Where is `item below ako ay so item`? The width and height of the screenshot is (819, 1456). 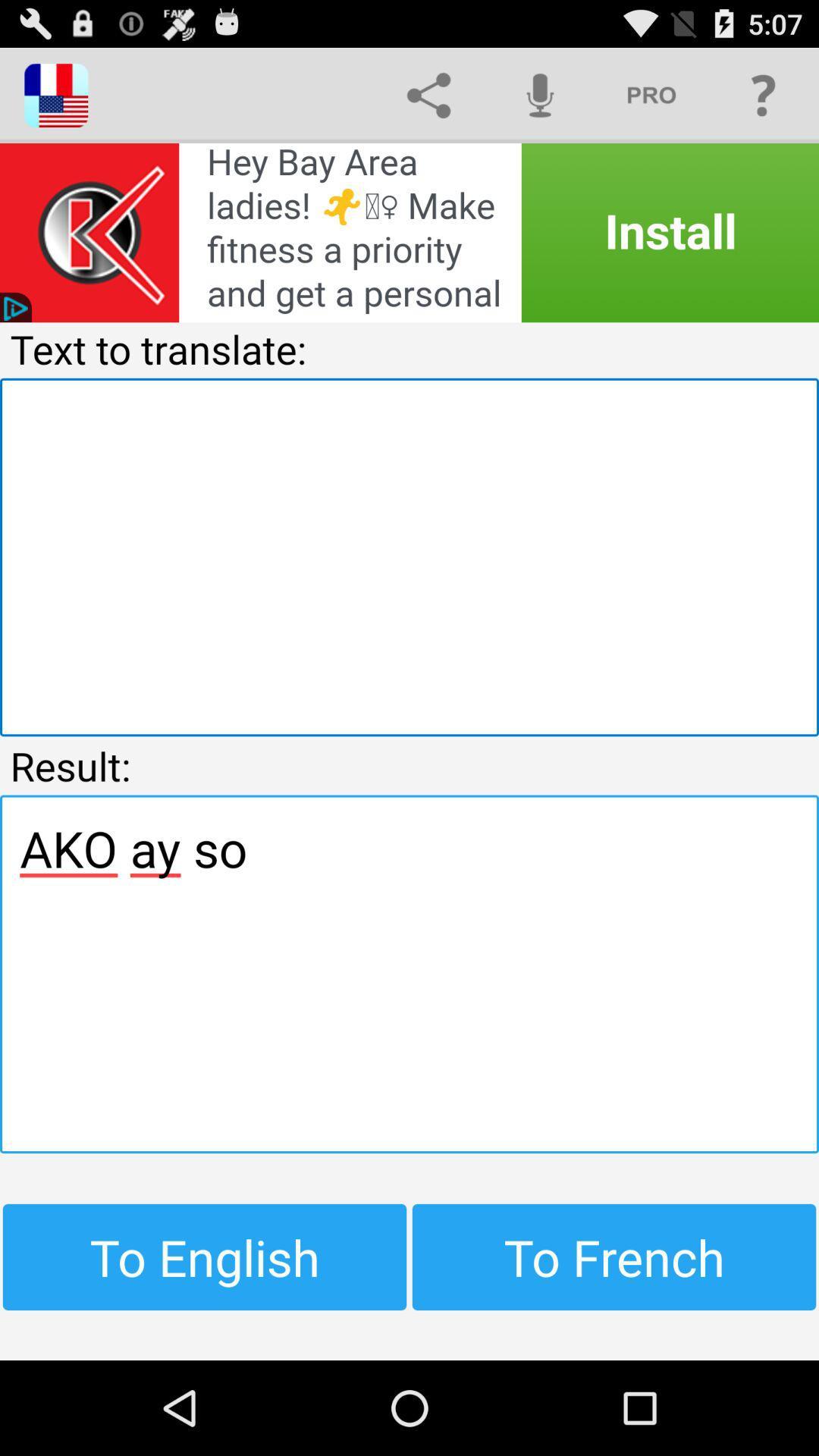
item below ako ay so item is located at coordinates (614, 1257).